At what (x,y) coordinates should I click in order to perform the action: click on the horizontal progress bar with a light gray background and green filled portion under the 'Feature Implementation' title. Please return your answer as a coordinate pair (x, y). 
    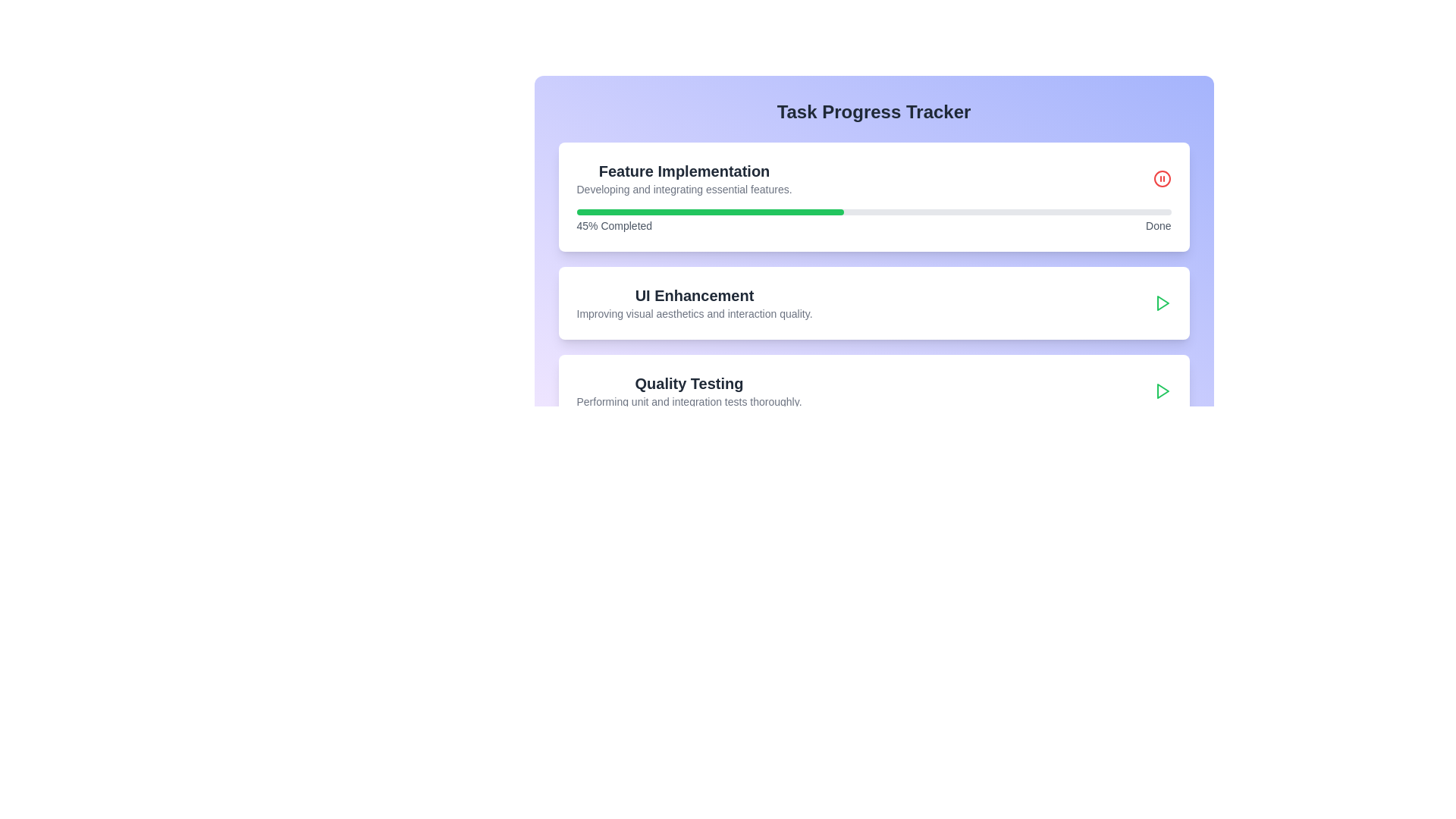
    Looking at the image, I should click on (874, 212).